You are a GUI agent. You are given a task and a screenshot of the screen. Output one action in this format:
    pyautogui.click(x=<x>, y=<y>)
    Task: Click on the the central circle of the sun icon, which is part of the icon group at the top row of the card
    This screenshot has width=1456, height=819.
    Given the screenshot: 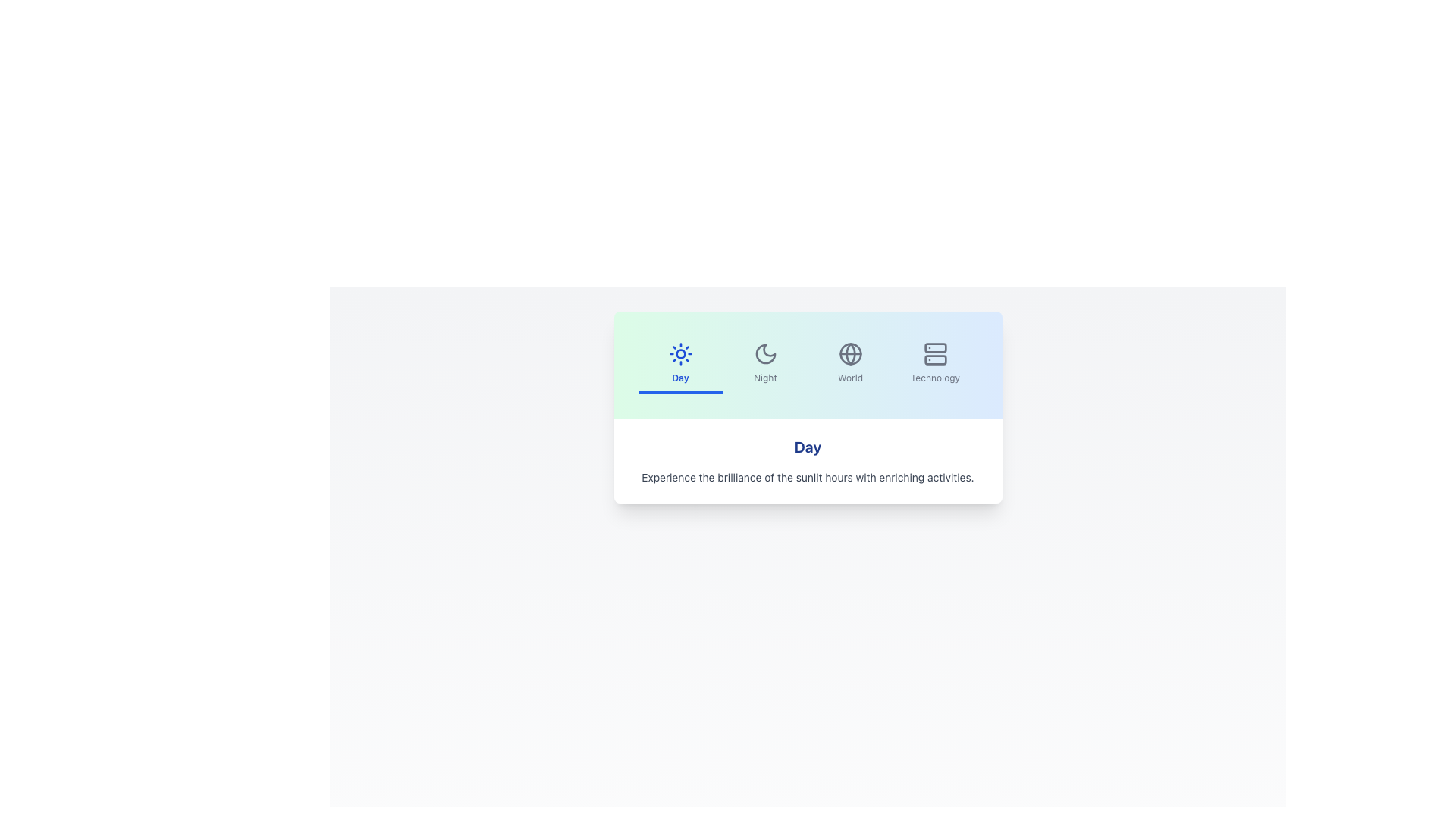 What is the action you would take?
    pyautogui.click(x=679, y=353)
    